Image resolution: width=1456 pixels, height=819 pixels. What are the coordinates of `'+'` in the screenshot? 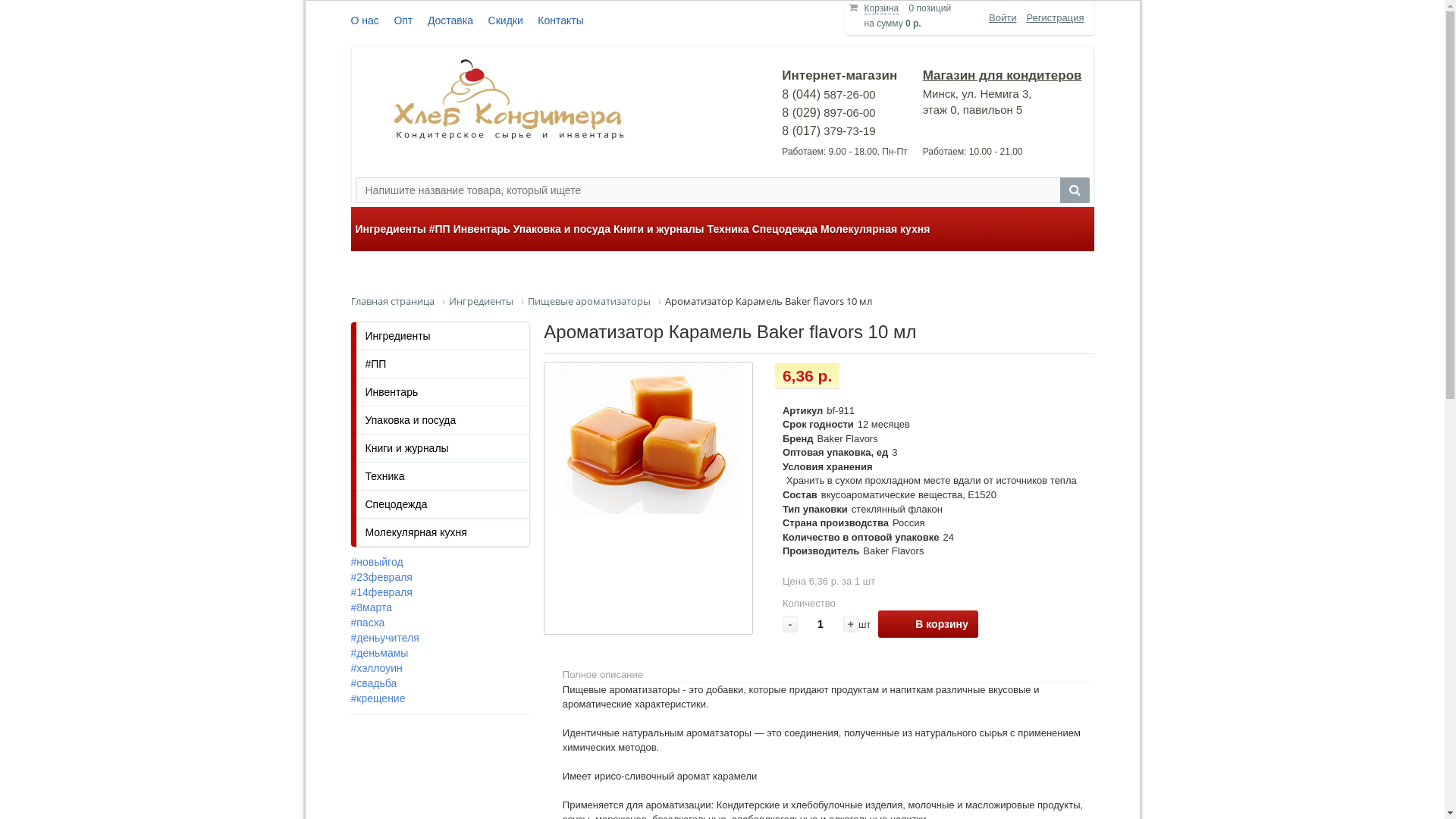 It's located at (843, 623).